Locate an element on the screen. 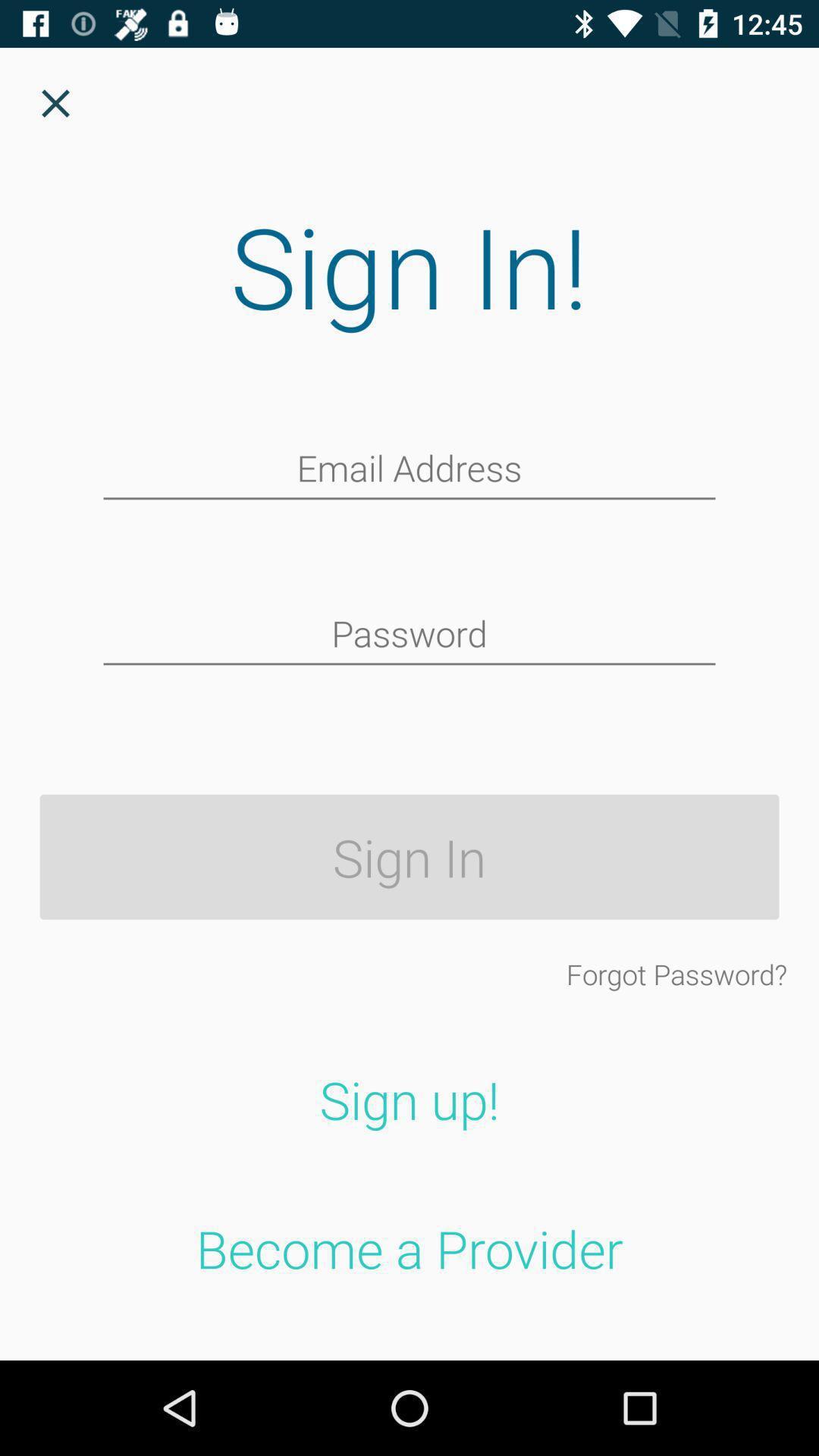  forgot password? item is located at coordinates (676, 974).